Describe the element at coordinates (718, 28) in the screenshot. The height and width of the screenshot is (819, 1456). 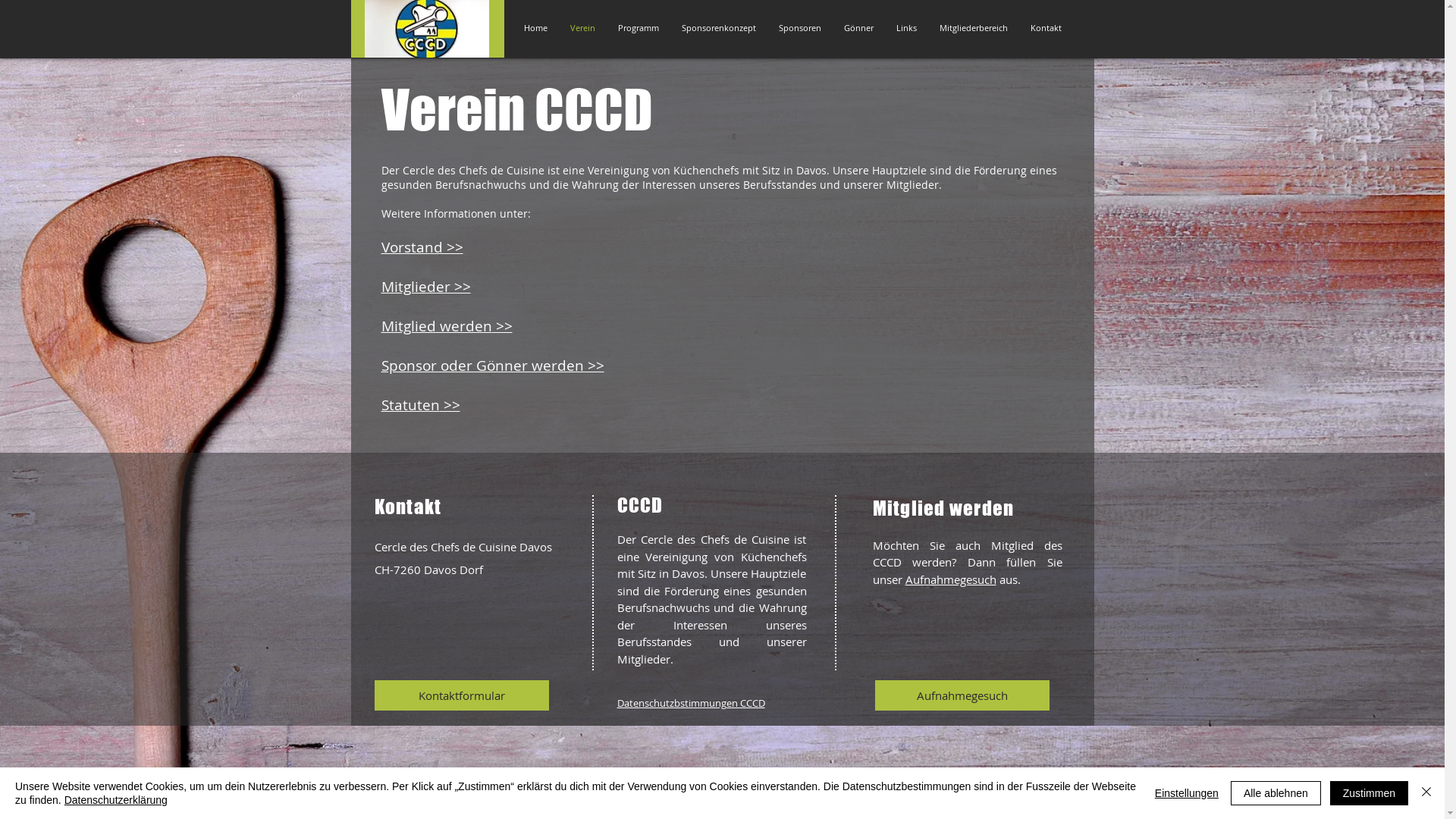
I see `'Sponsorenkonzept'` at that location.